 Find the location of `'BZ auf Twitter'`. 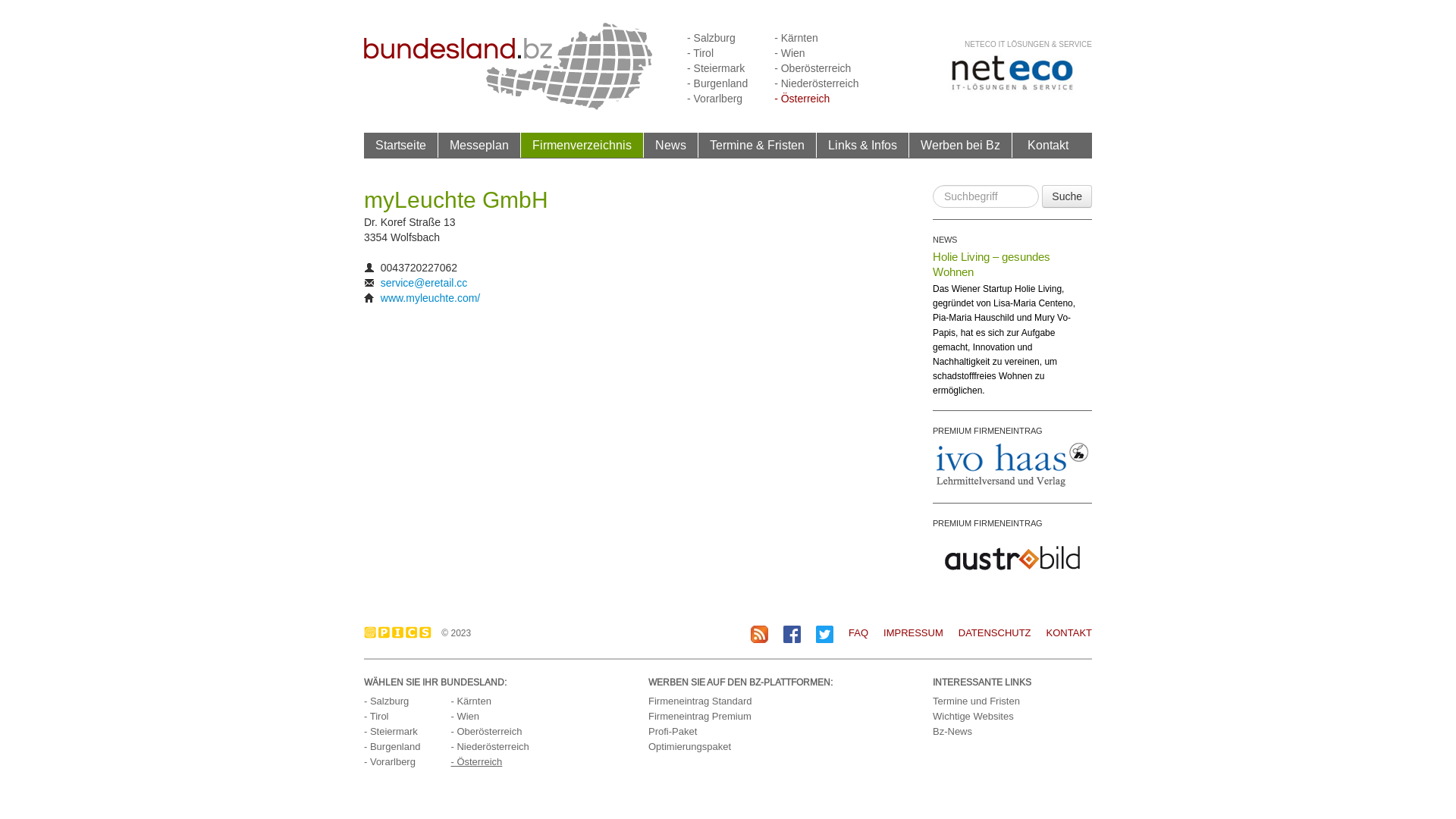

'BZ auf Twitter' is located at coordinates (824, 633).